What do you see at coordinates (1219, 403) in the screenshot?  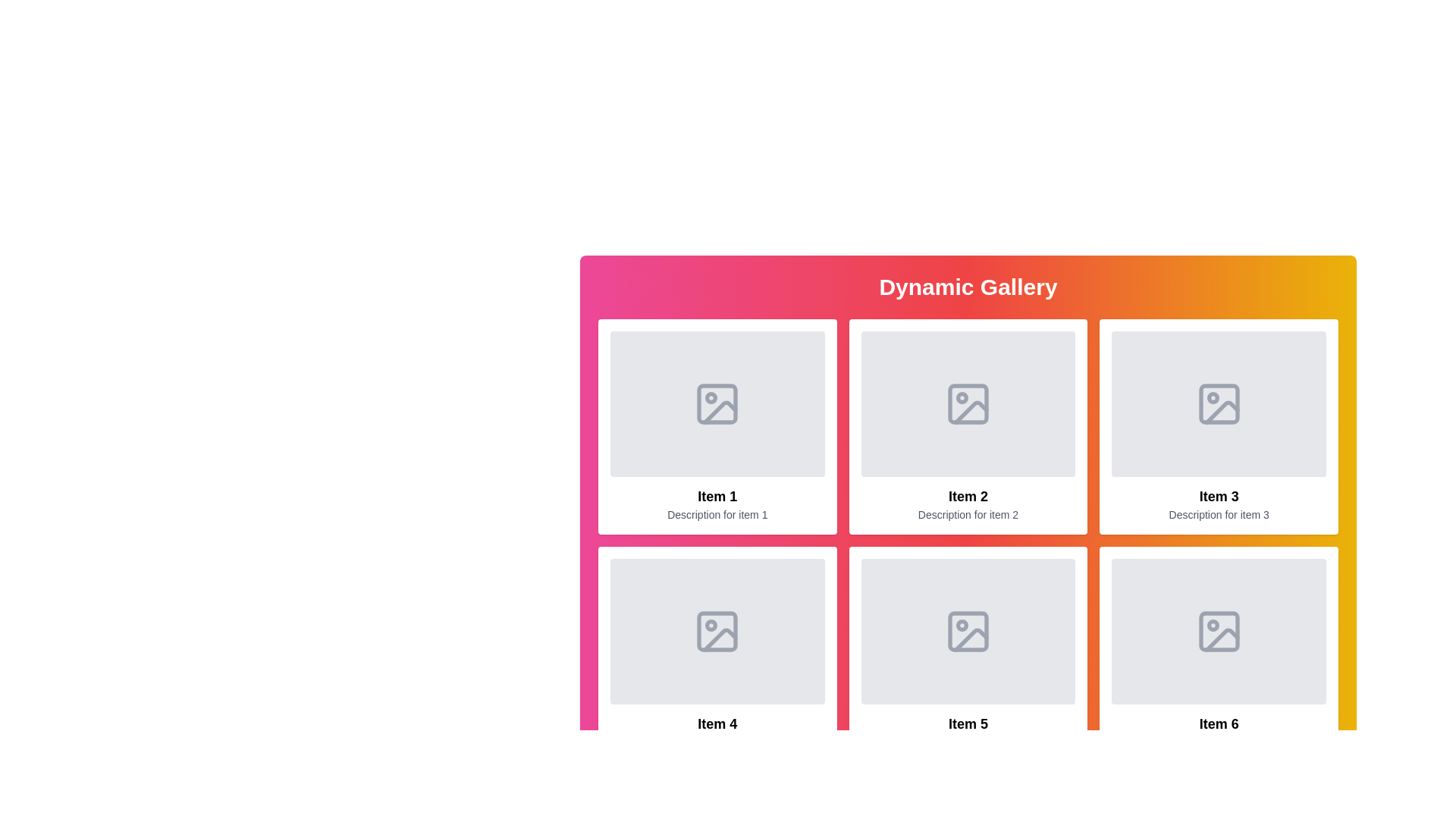 I see `the graphical icon component located in the third item of the top row beneath the 'Dynamic Gallery' title` at bounding box center [1219, 403].